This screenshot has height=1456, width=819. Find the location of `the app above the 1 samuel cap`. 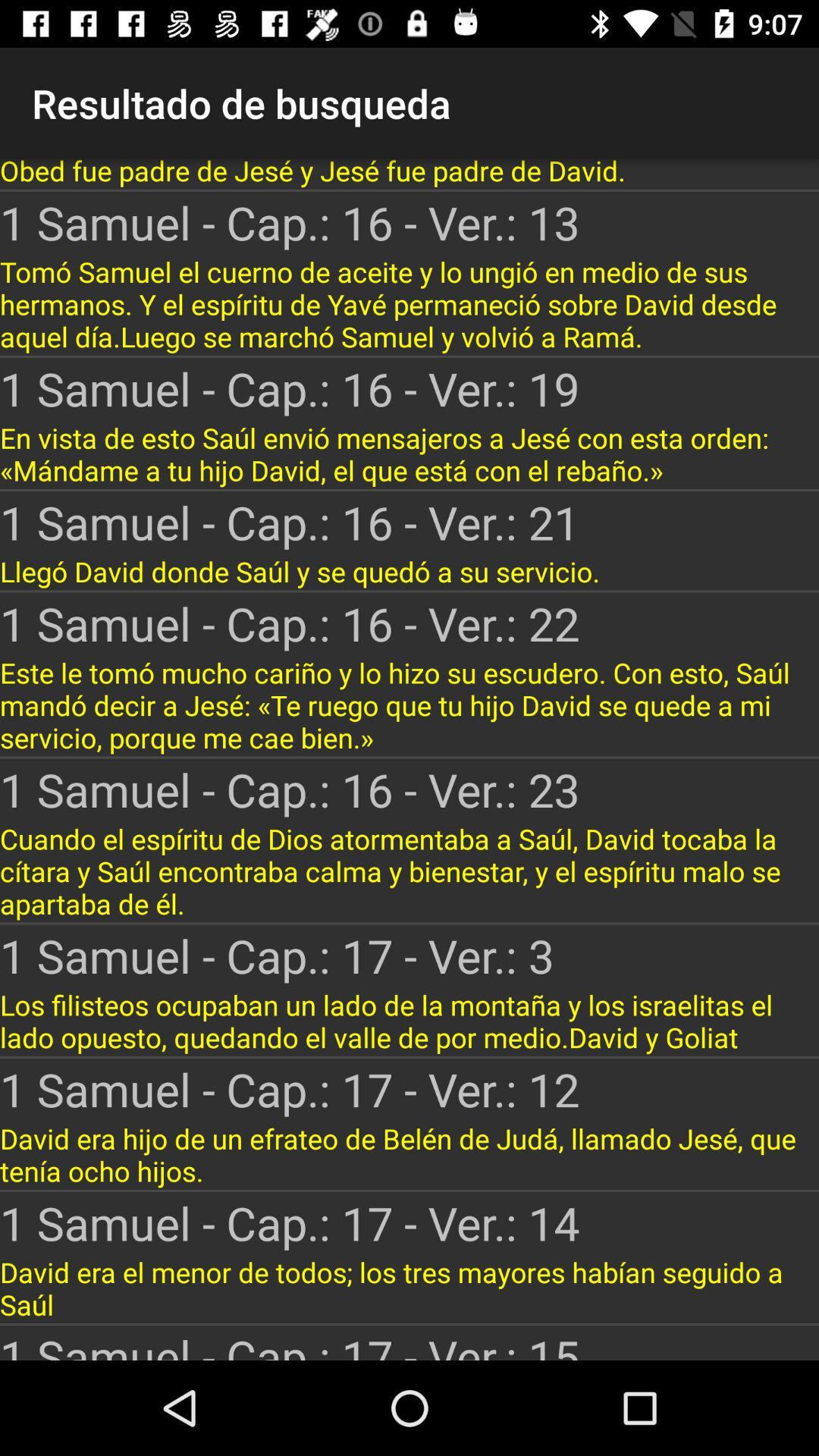

the app above the 1 samuel cap is located at coordinates (409, 1021).